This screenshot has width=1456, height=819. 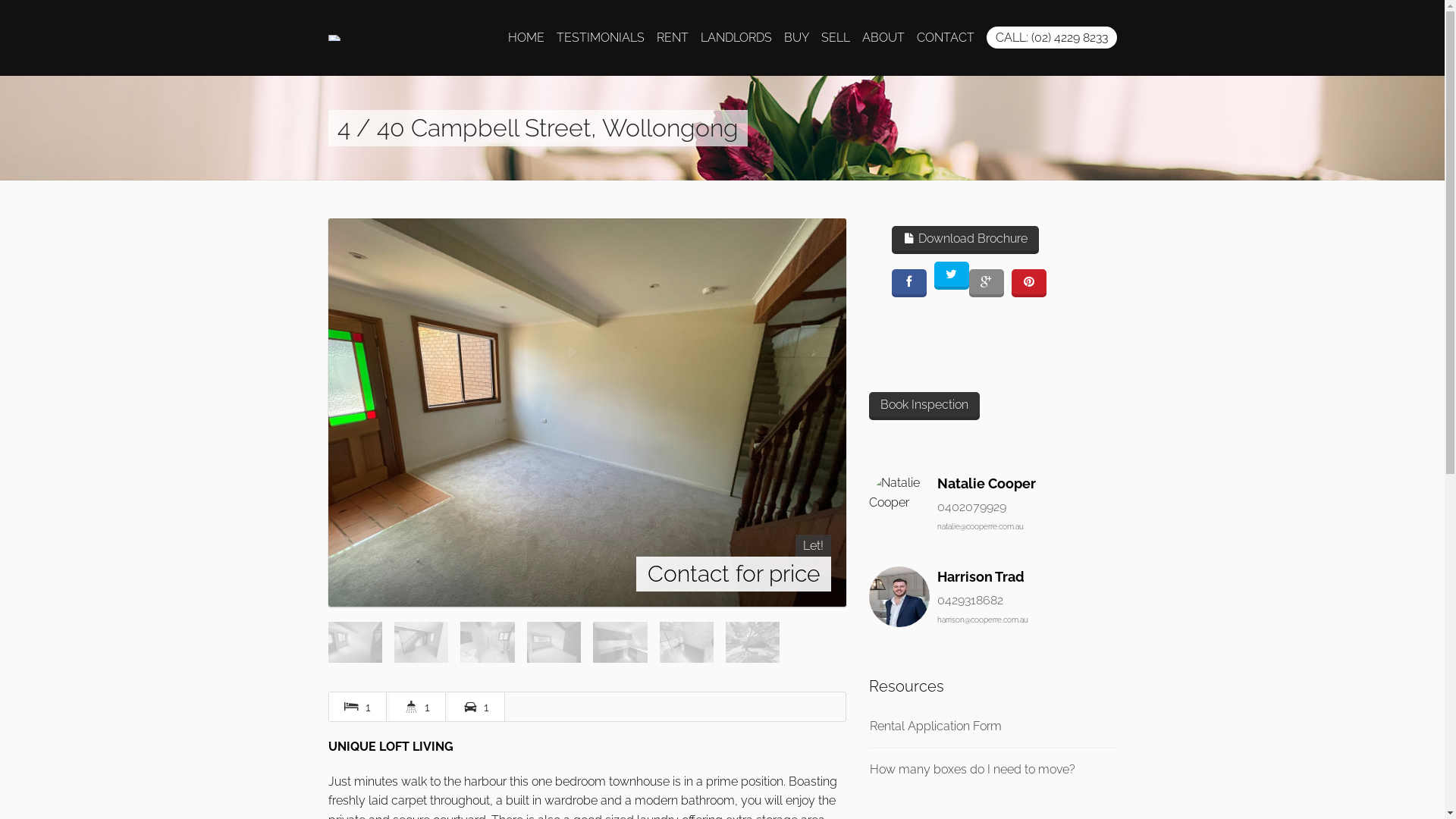 I want to click on 'BUY', so click(x=783, y=37).